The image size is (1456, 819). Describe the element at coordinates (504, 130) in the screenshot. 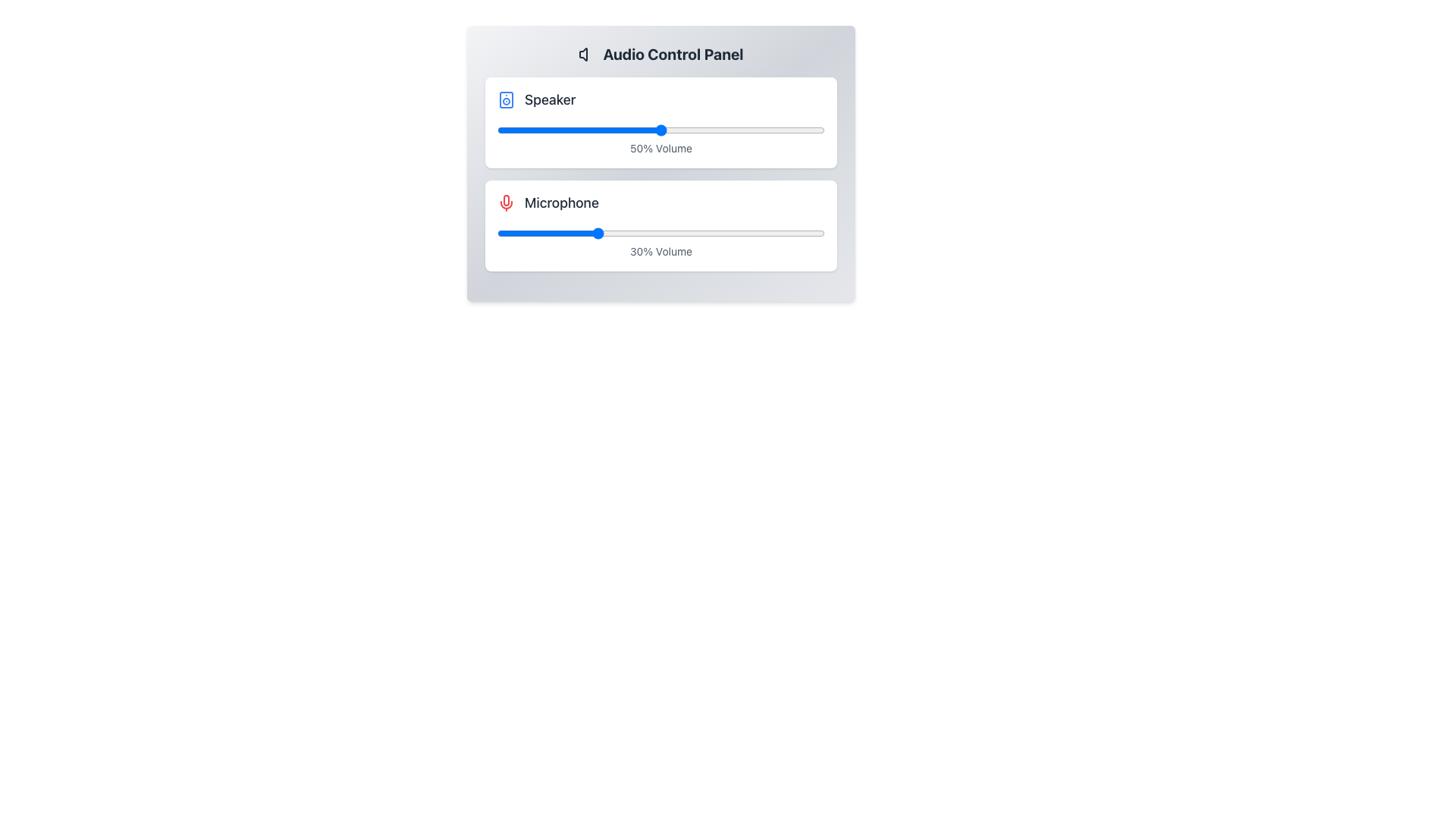

I see `the slider value` at that location.